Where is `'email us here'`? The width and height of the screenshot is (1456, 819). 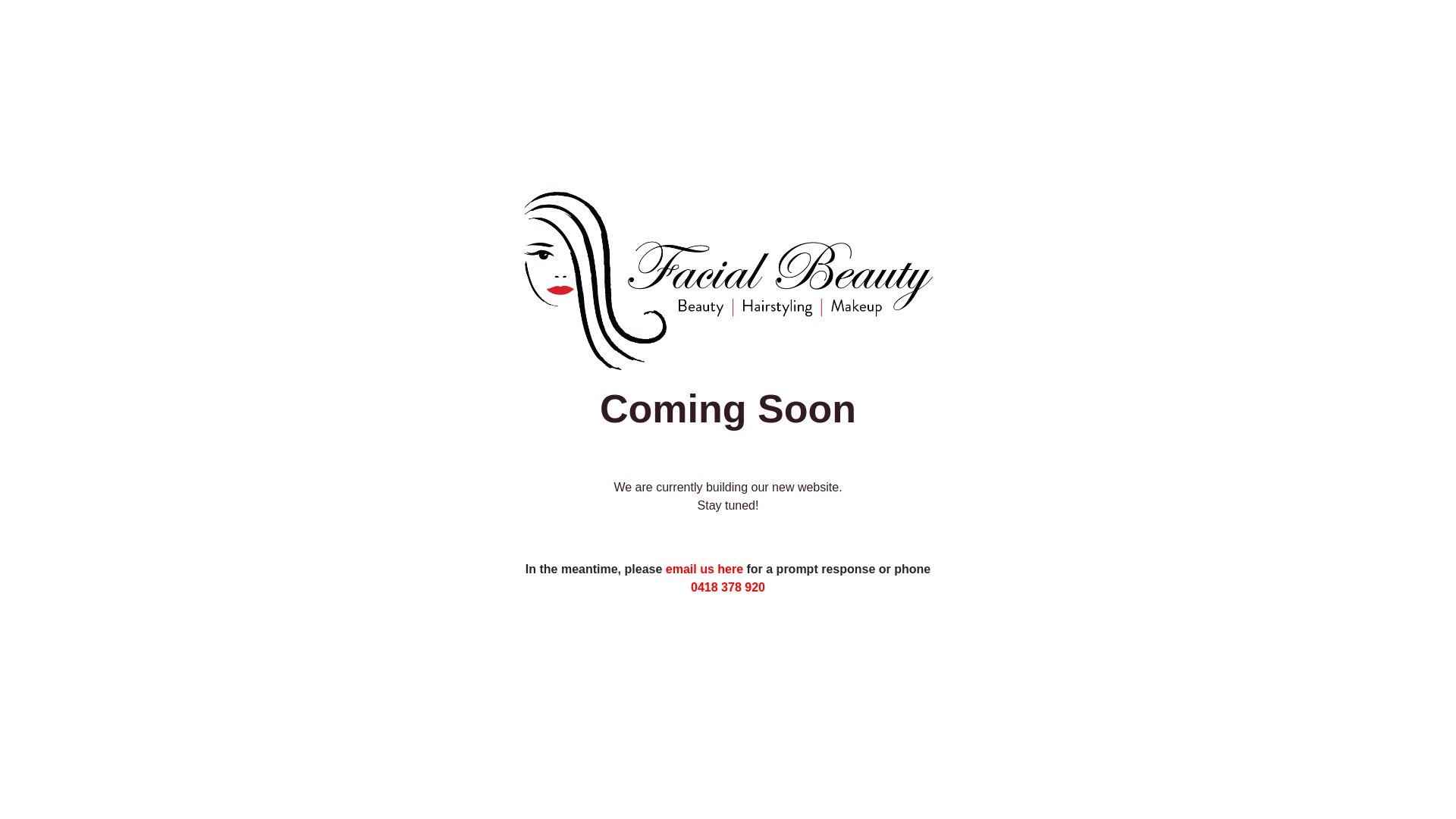 'email us here' is located at coordinates (704, 569).